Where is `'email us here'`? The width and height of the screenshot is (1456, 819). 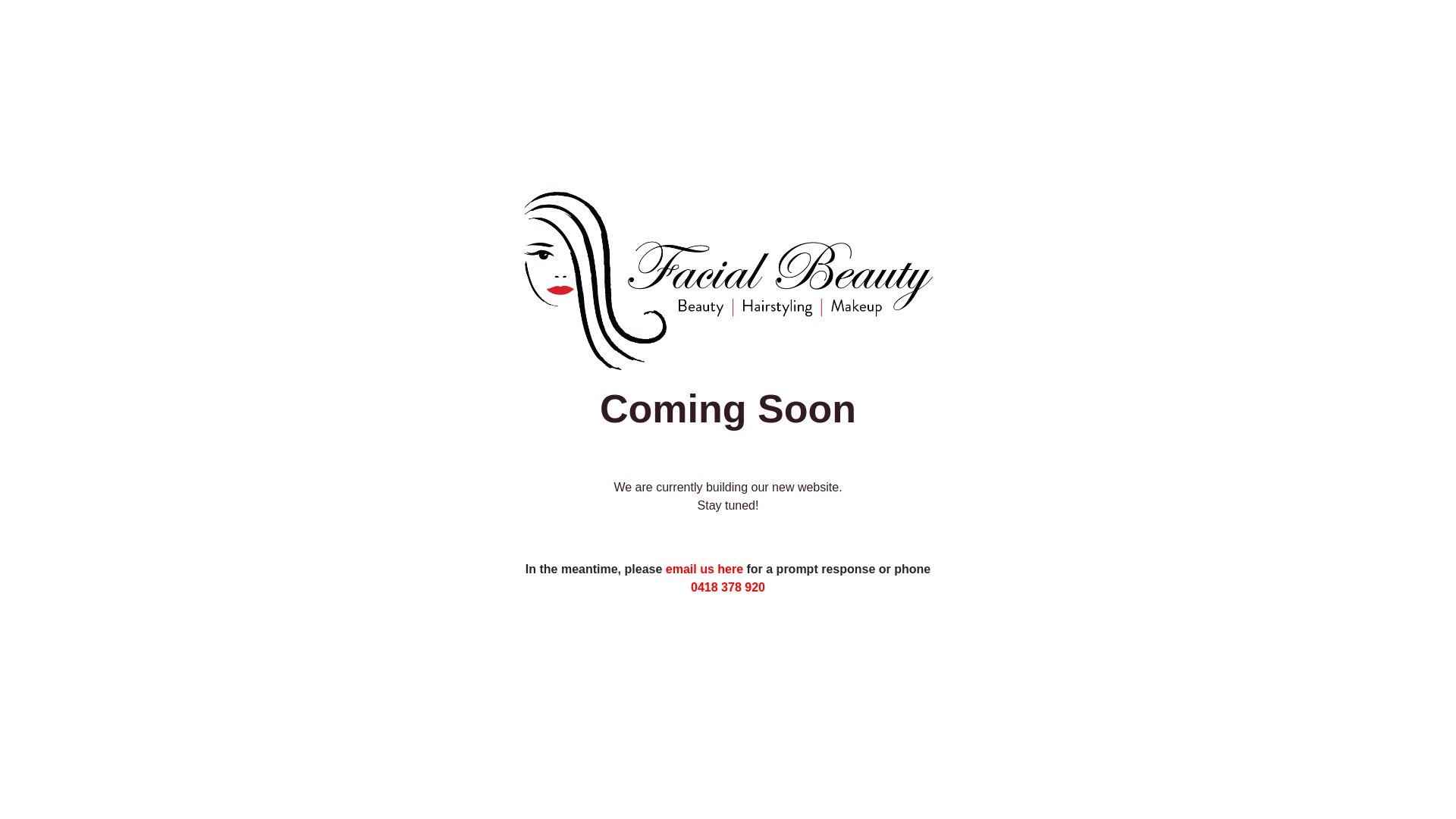 'email us here' is located at coordinates (704, 569).